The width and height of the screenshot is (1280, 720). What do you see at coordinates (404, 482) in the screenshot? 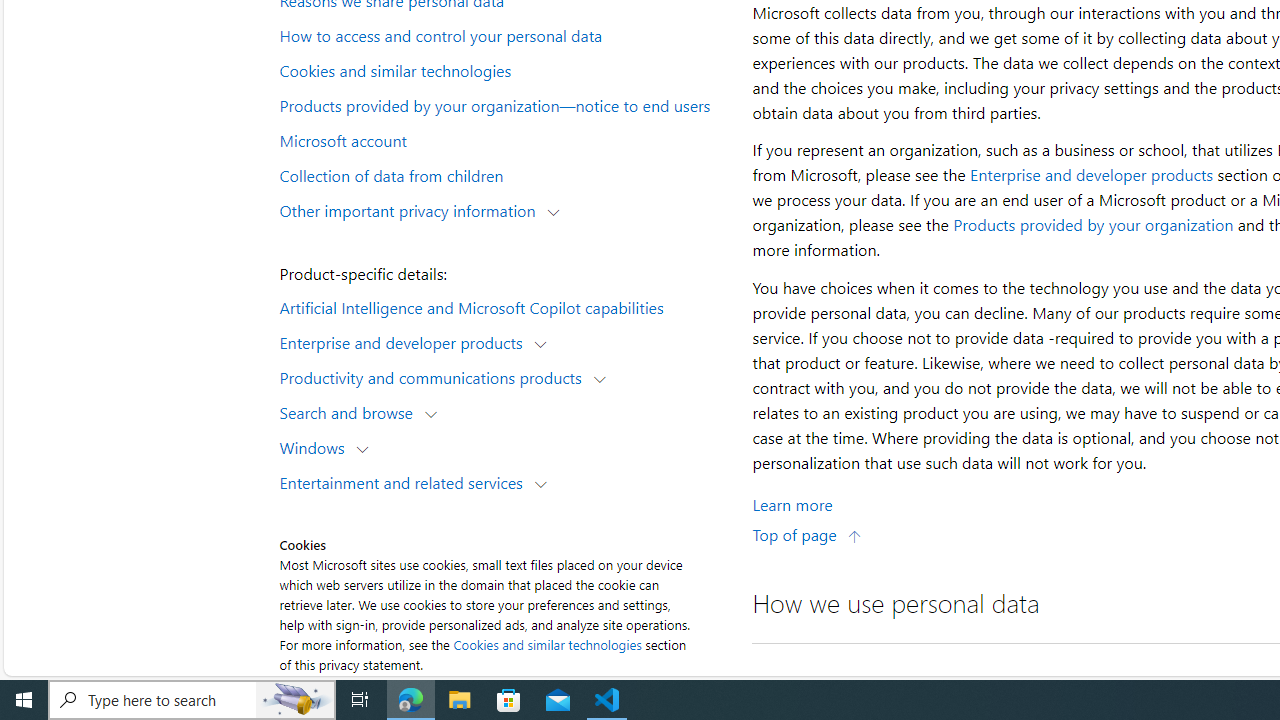
I see `'Entertainment and related services'` at bounding box center [404, 482].